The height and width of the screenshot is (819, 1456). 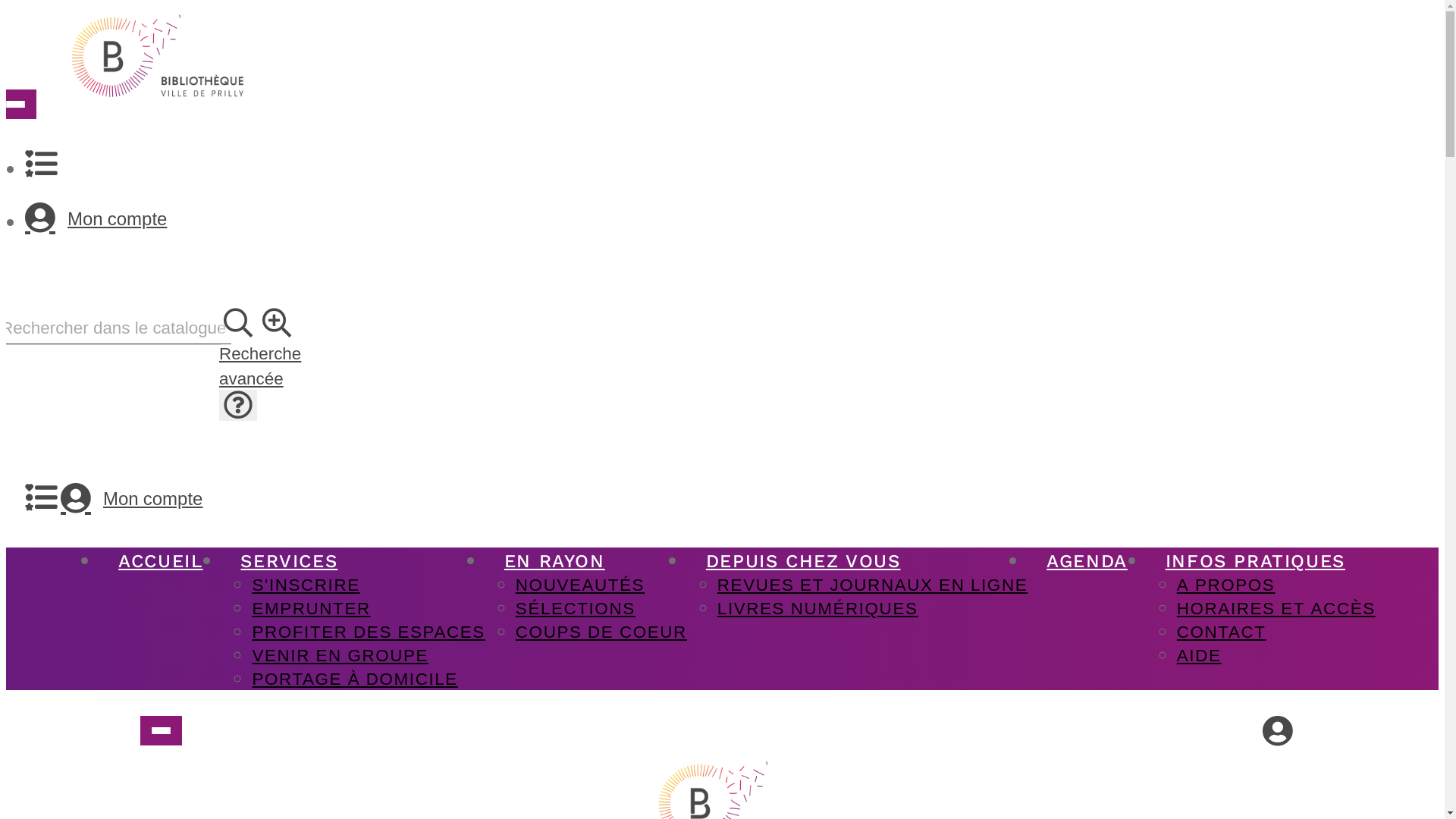 I want to click on 'EN RAYON', so click(x=554, y=561).